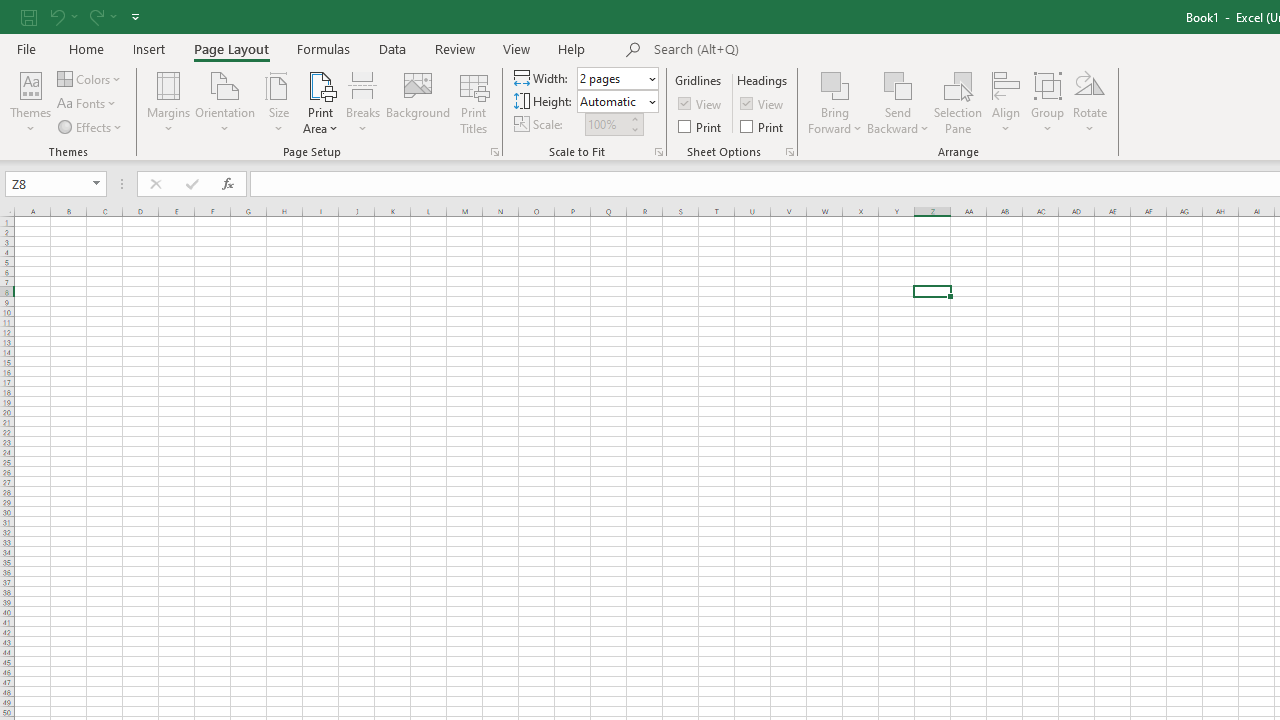 Image resolution: width=1280 pixels, height=720 pixels. Describe the element at coordinates (278, 103) in the screenshot. I see `'Size'` at that location.